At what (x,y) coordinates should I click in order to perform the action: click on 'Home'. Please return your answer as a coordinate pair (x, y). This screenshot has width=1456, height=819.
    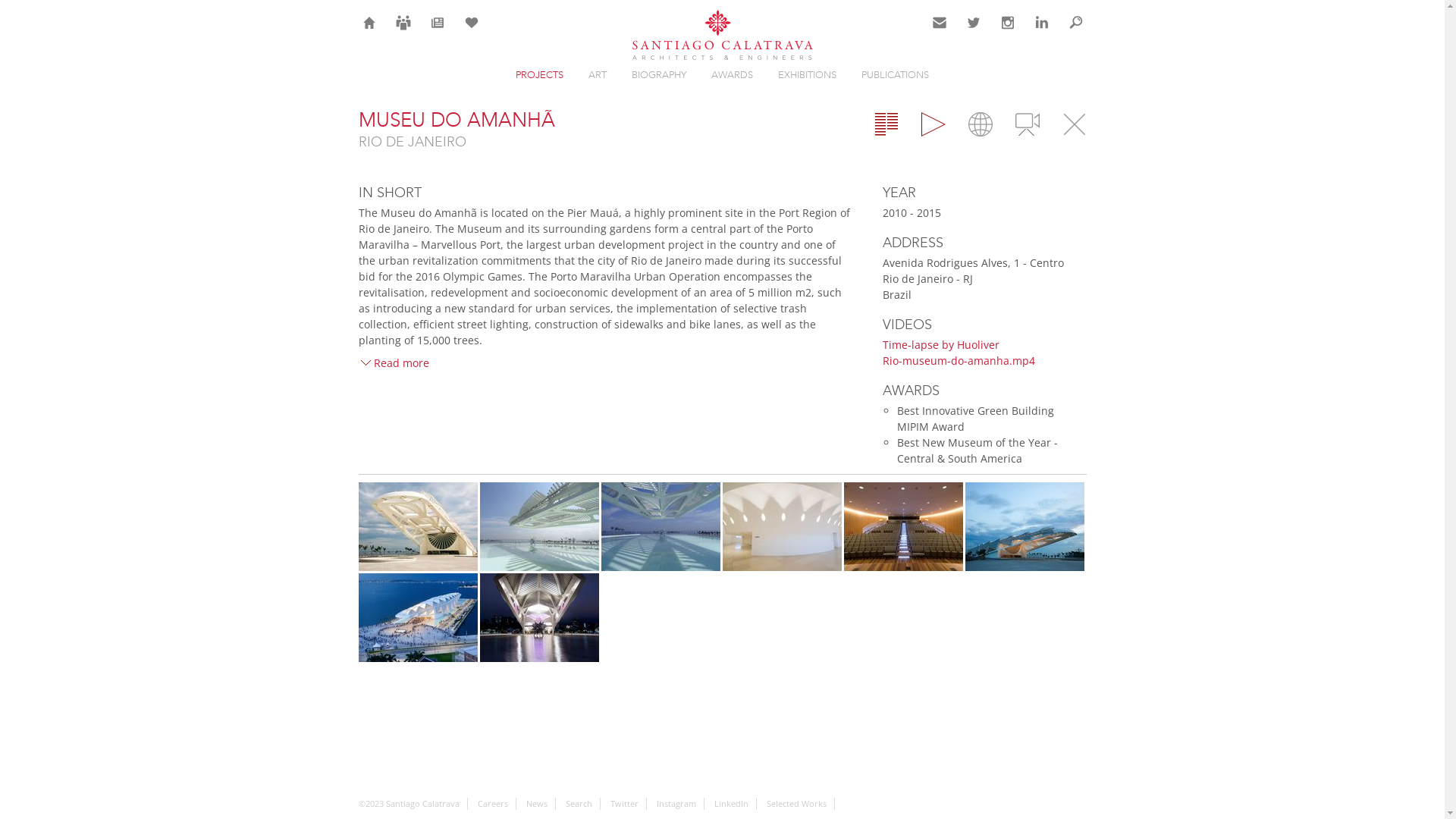
    Looking at the image, I should click on (368, 23).